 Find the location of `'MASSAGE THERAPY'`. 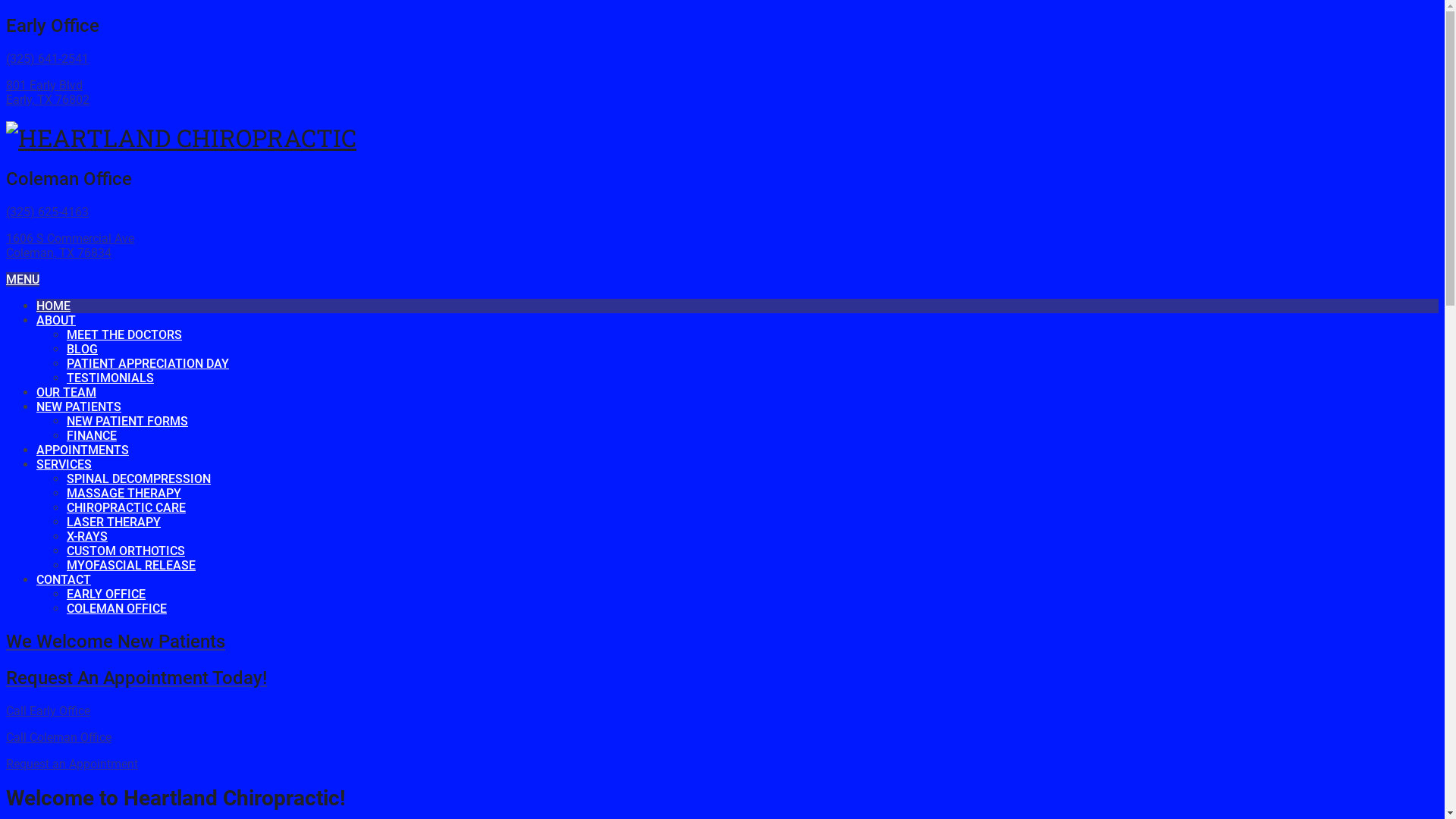

'MASSAGE THERAPY' is located at coordinates (65, 493).